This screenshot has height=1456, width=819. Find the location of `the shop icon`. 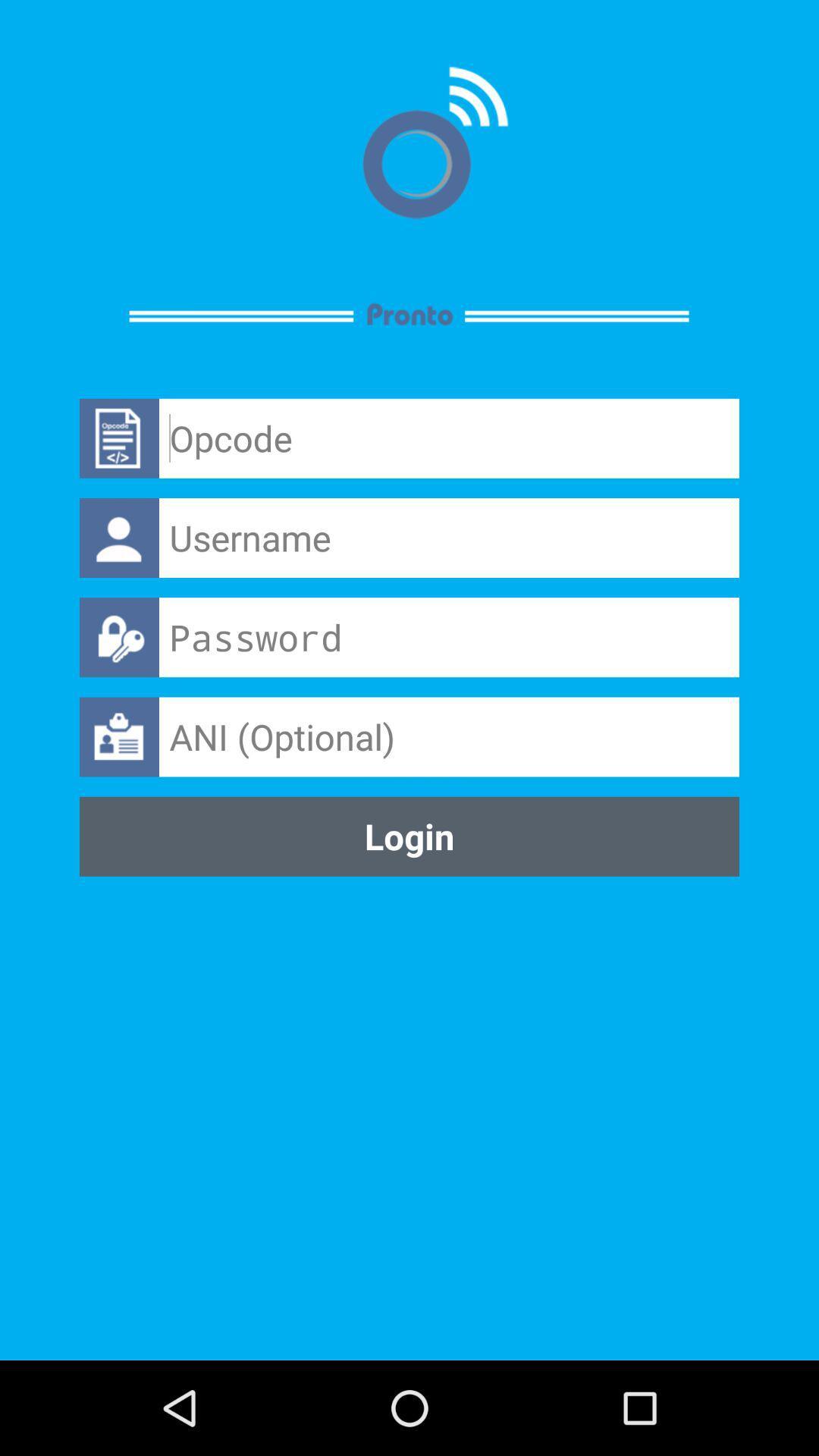

the shop icon is located at coordinates (118, 789).